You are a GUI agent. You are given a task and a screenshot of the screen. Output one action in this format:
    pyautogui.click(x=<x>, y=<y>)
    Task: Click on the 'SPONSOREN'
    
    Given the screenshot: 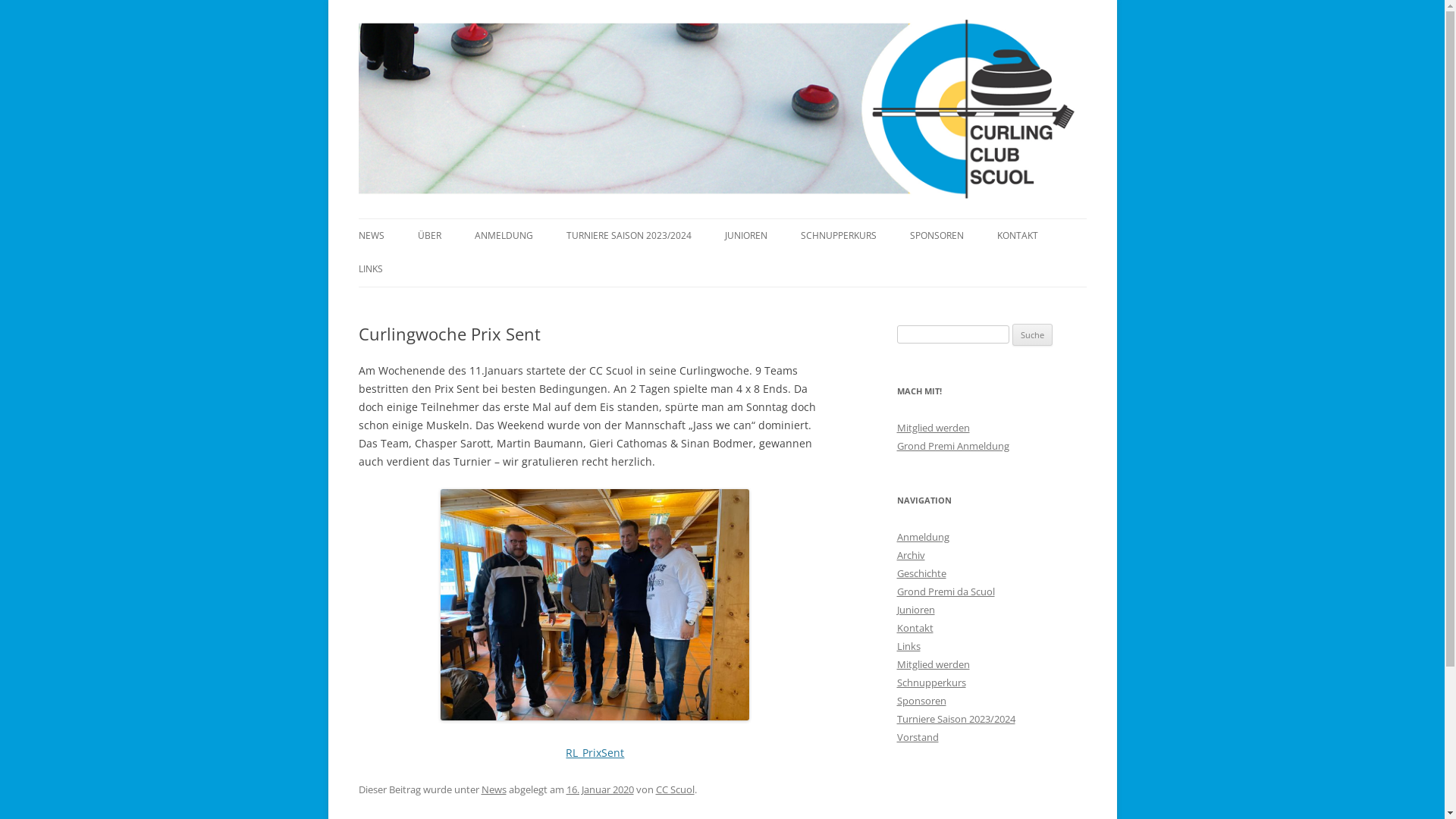 What is the action you would take?
    pyautogui.click(x=936, y=236)
    